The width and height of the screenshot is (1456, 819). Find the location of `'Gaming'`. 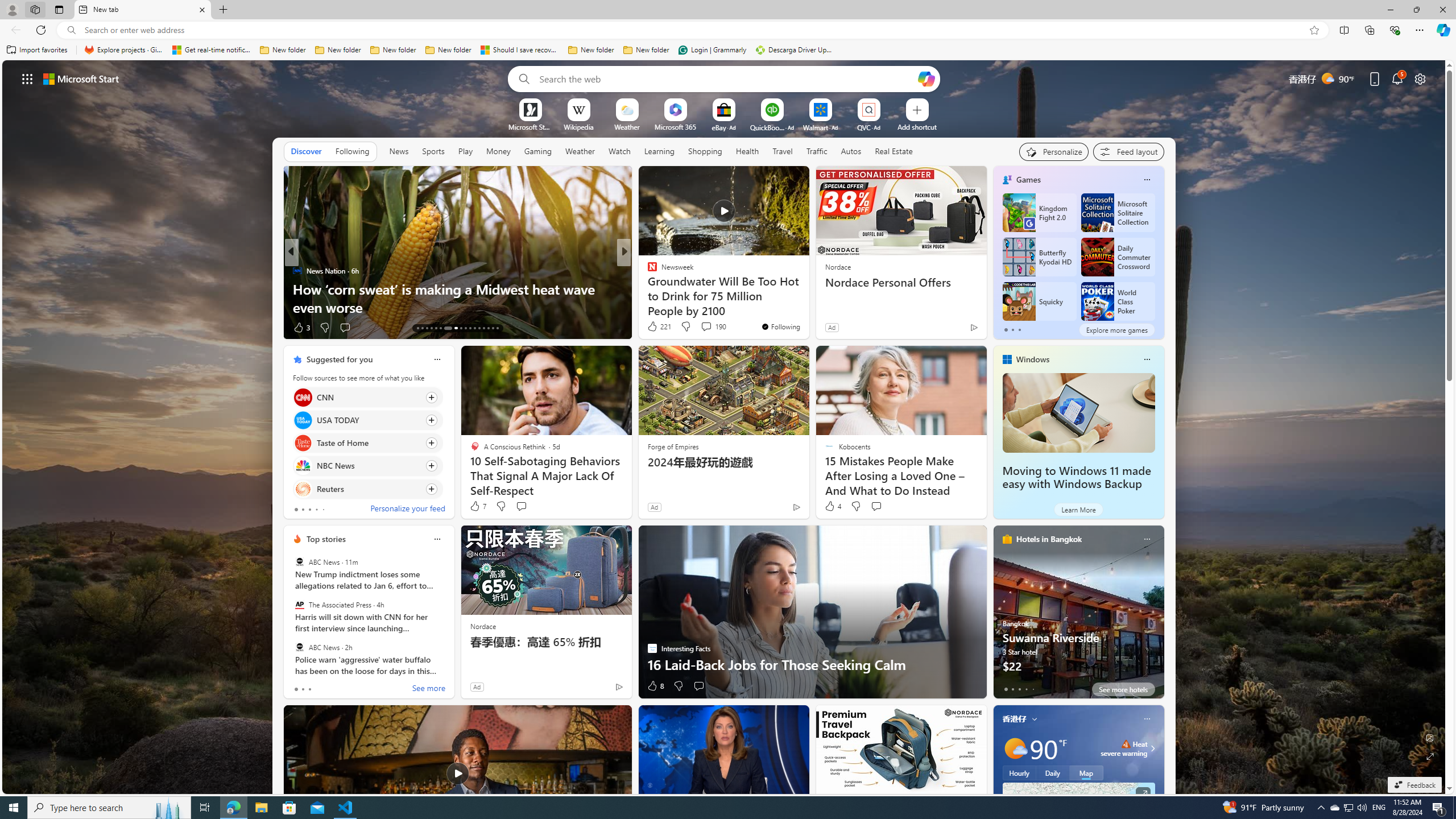

'Gaming' is located at coordinates (537, 150).